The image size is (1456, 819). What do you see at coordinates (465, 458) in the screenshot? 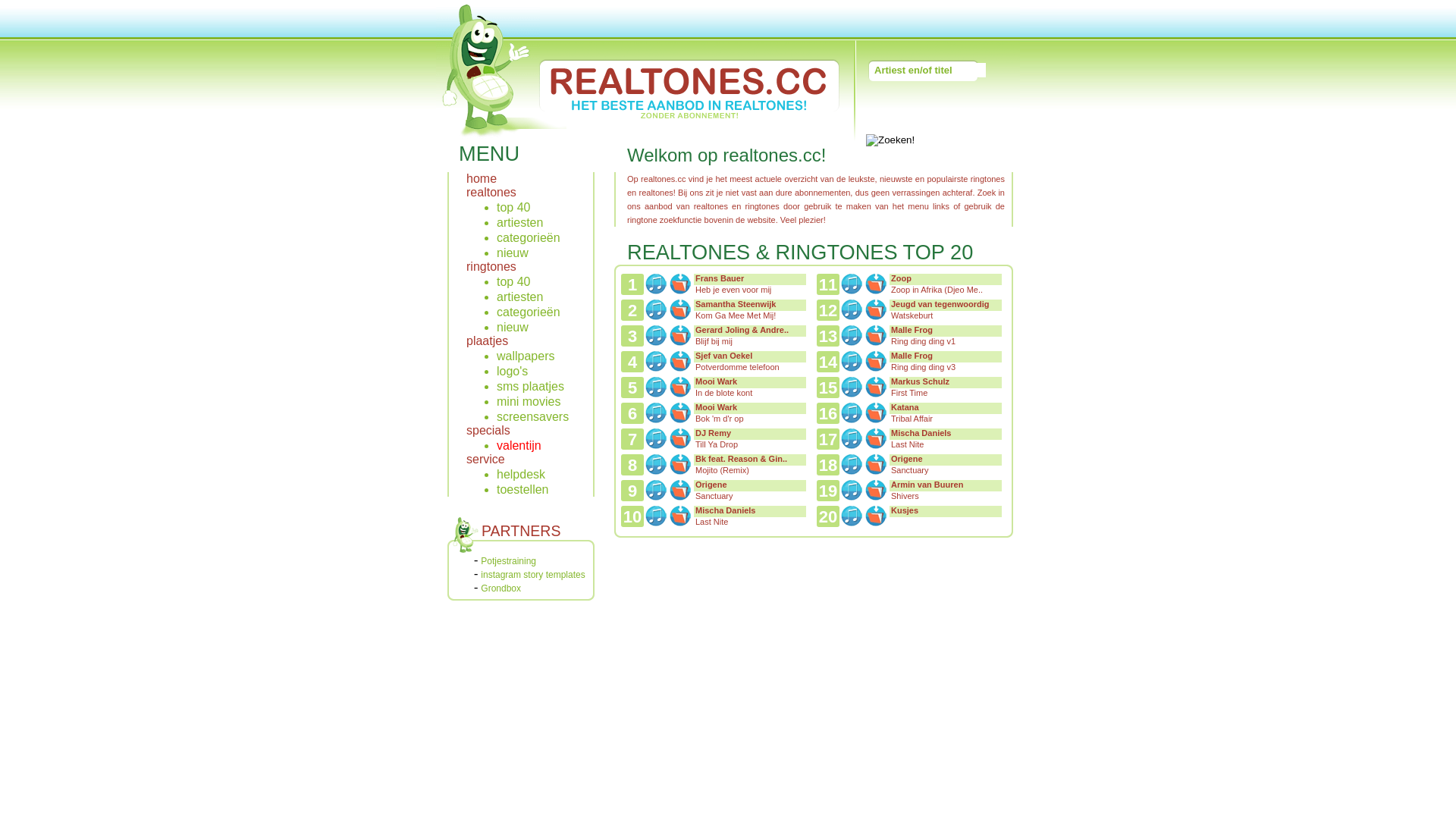
I see `'service'` at bounding box center [465, 458].